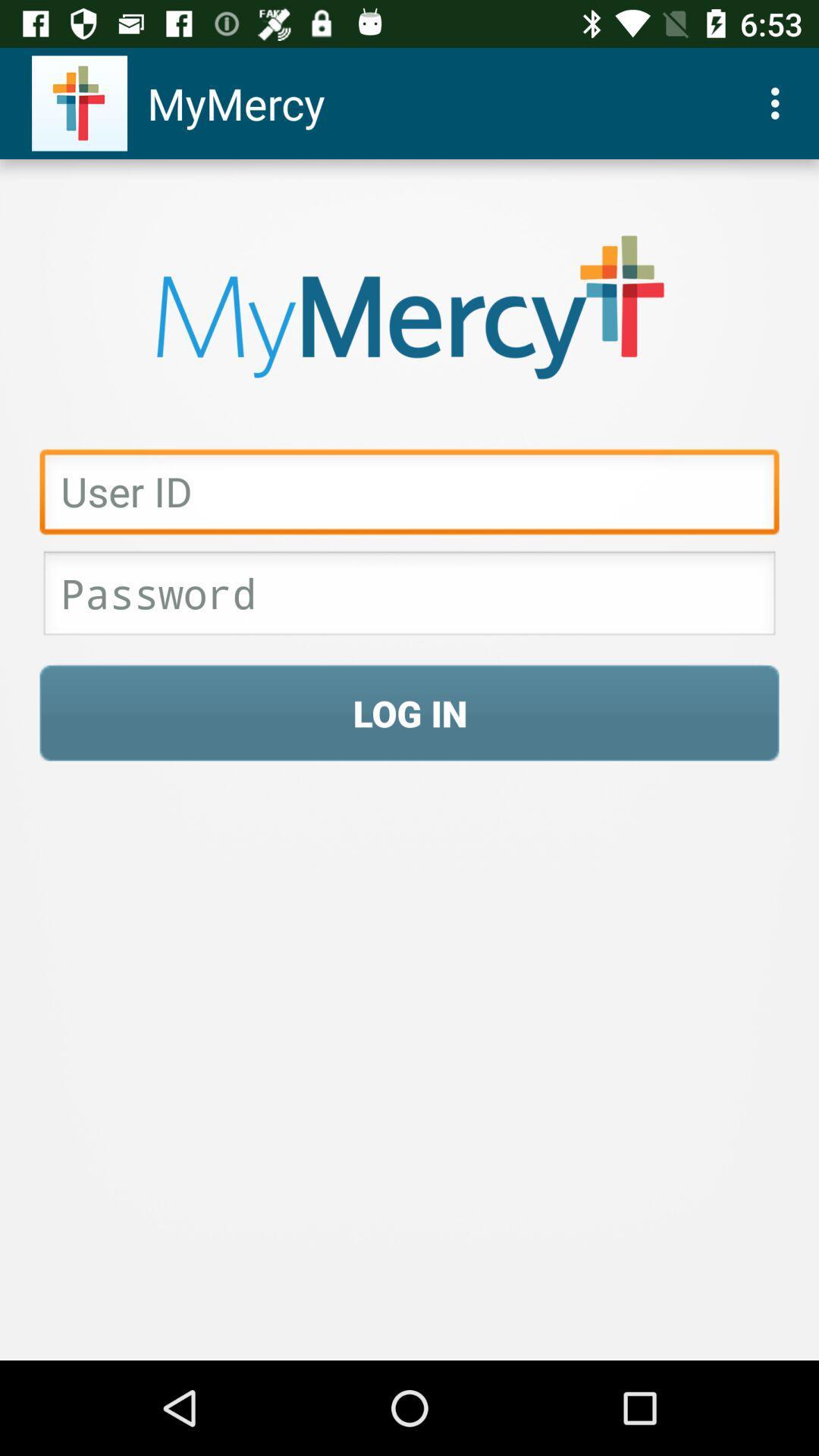  I want to click on input password, so click(409, 597).